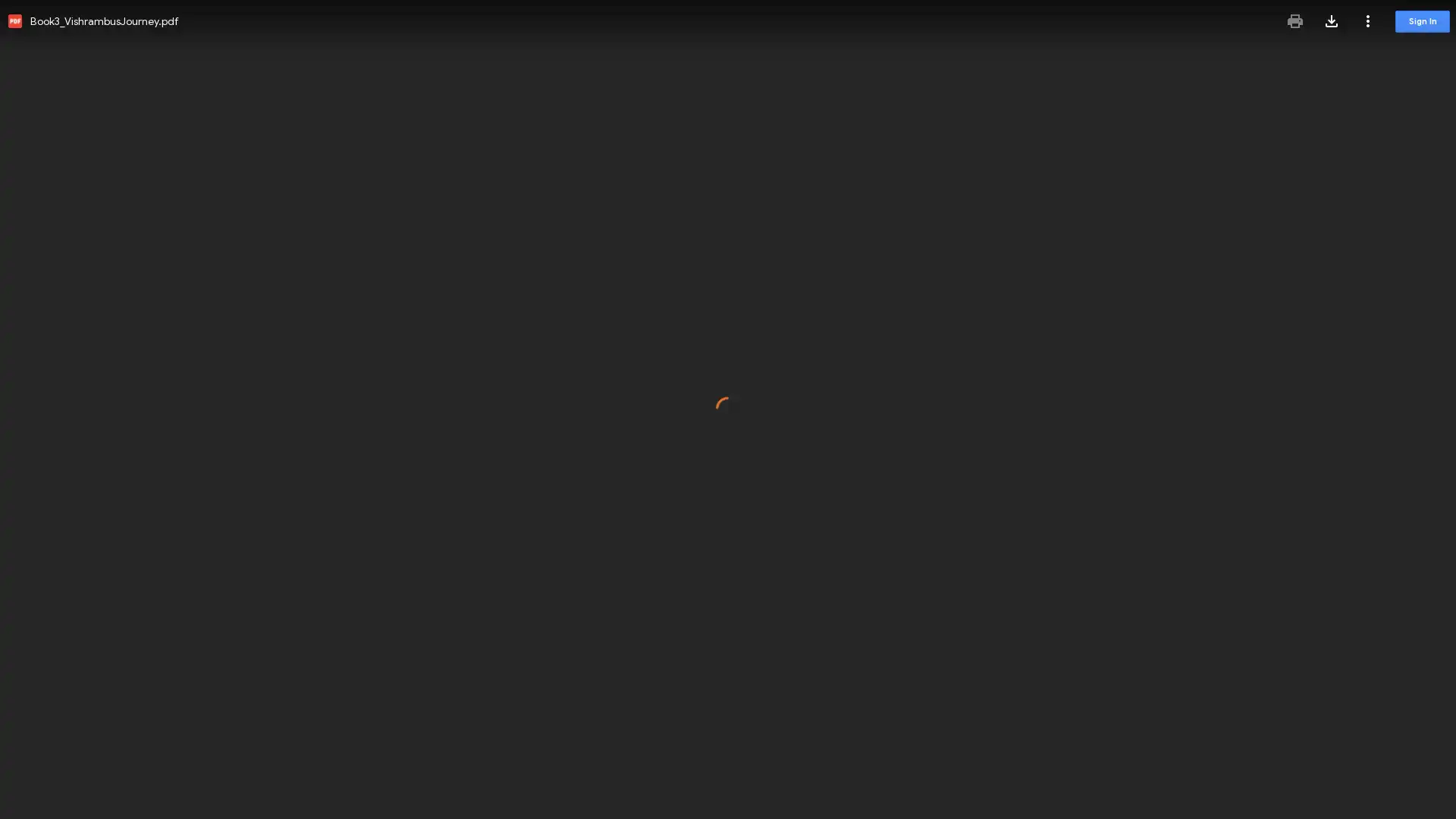 The image size is (1456, 819). What do you see at coordinates (1294, 20) in the screenshot?
I see `Printing not yet available` at bounding box center [1294, 20].